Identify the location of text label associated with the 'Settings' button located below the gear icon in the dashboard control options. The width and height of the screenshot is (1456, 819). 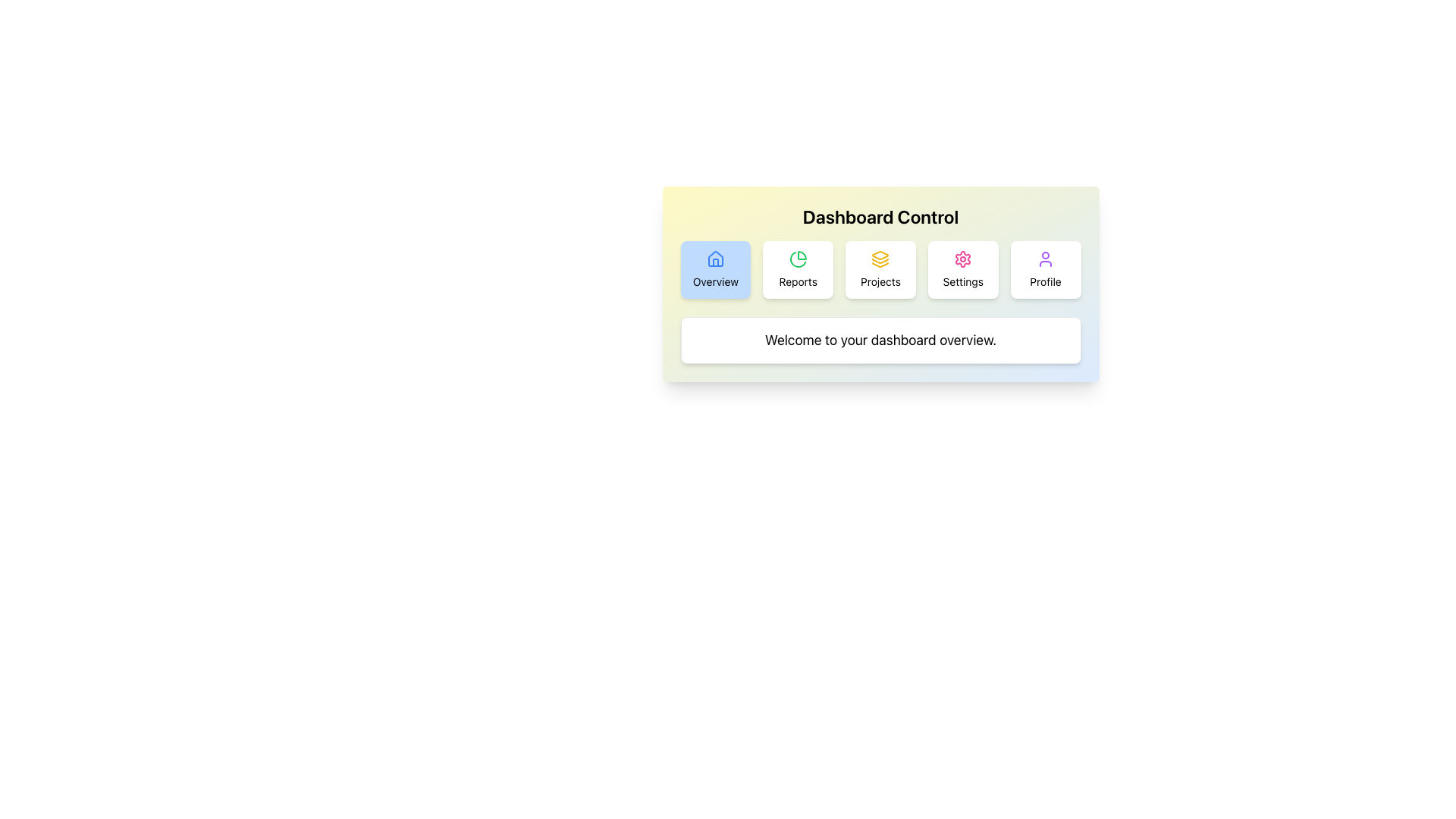
(962, 281).